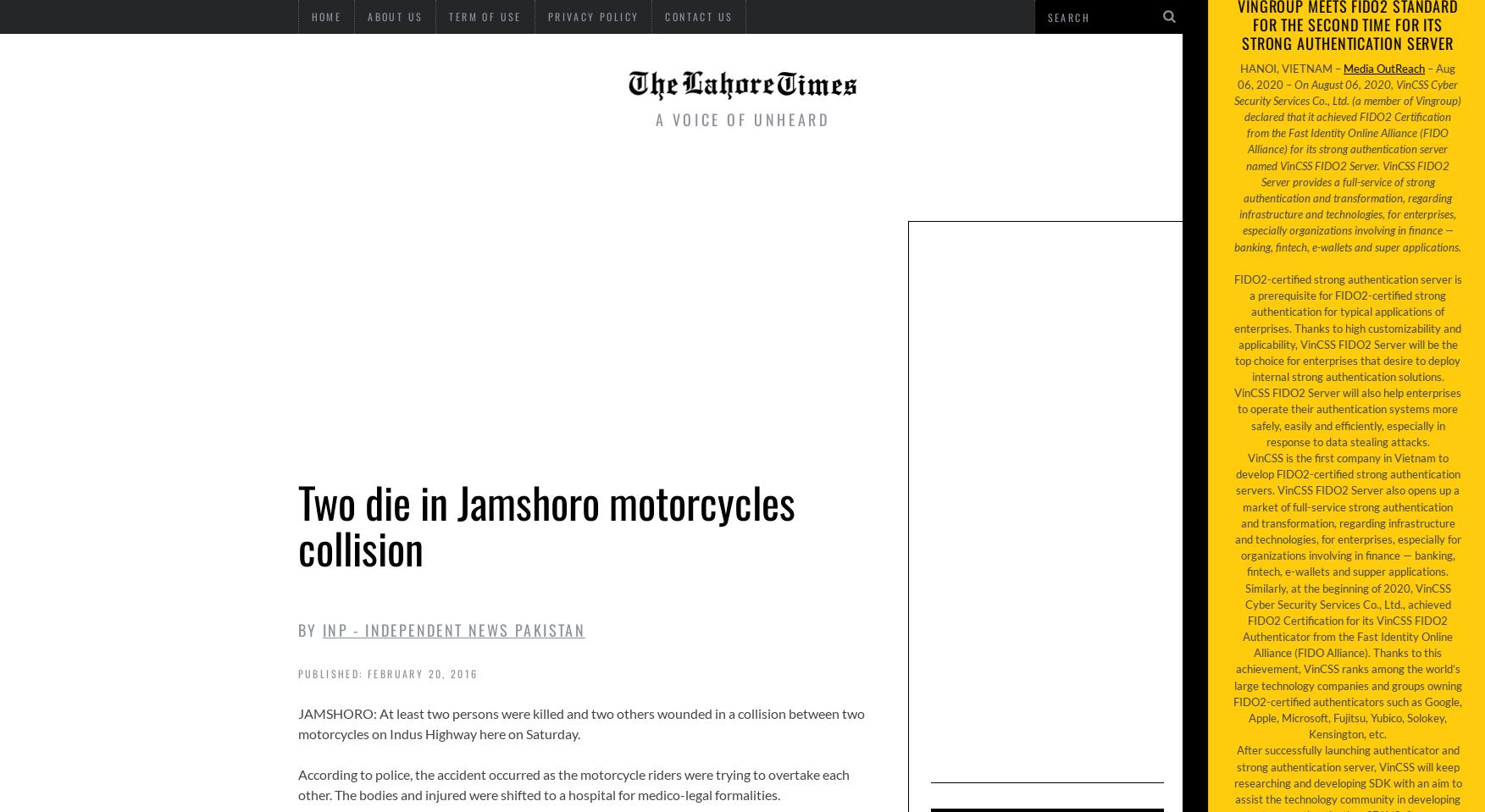 The height and width of the screenshot is (812, 1485). I want to click on 'World', so click(610, 179).